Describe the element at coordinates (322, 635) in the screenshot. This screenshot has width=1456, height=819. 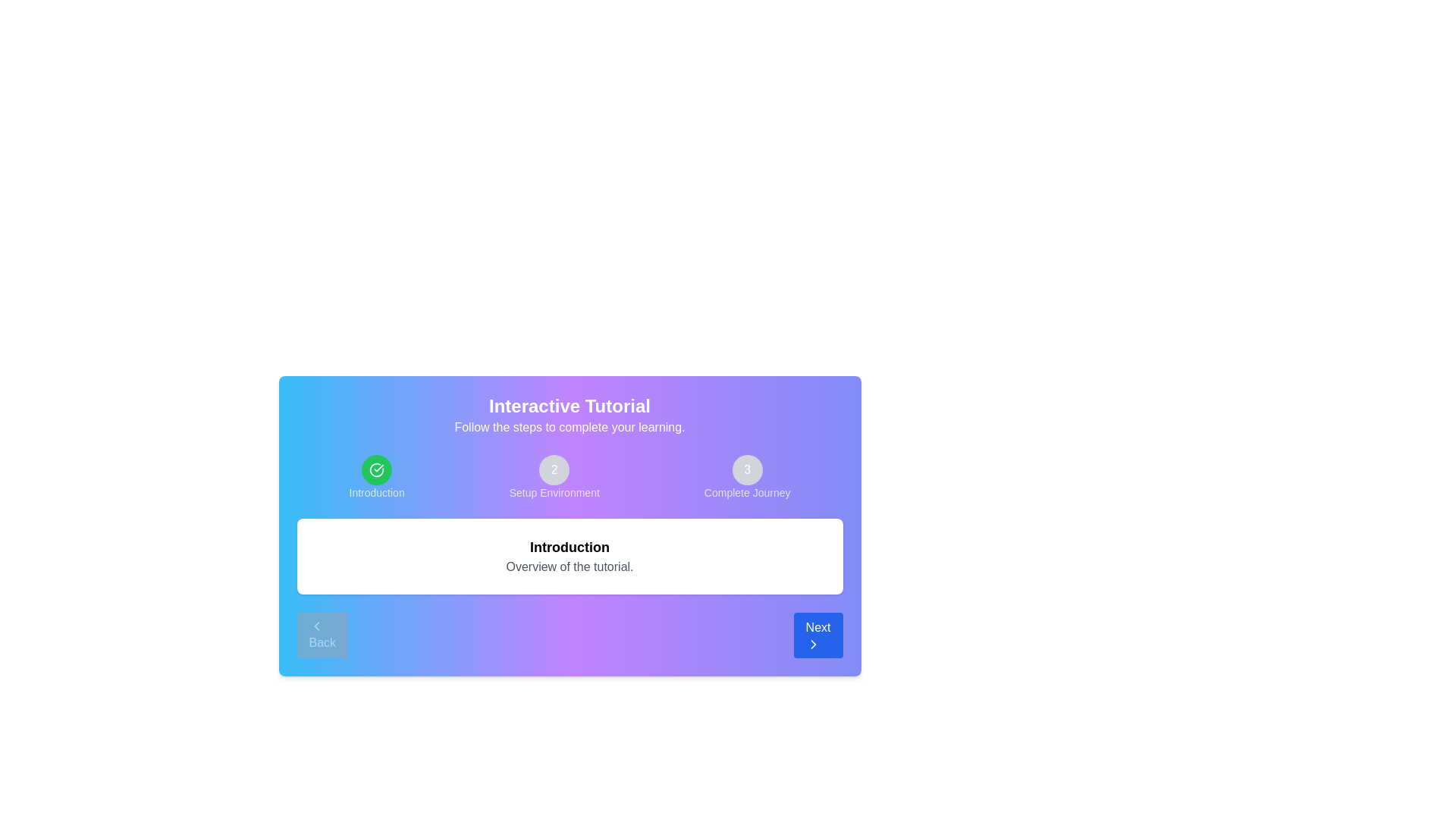
I see `the 'Back' button to navigate to the previous tutorial step` at that location.